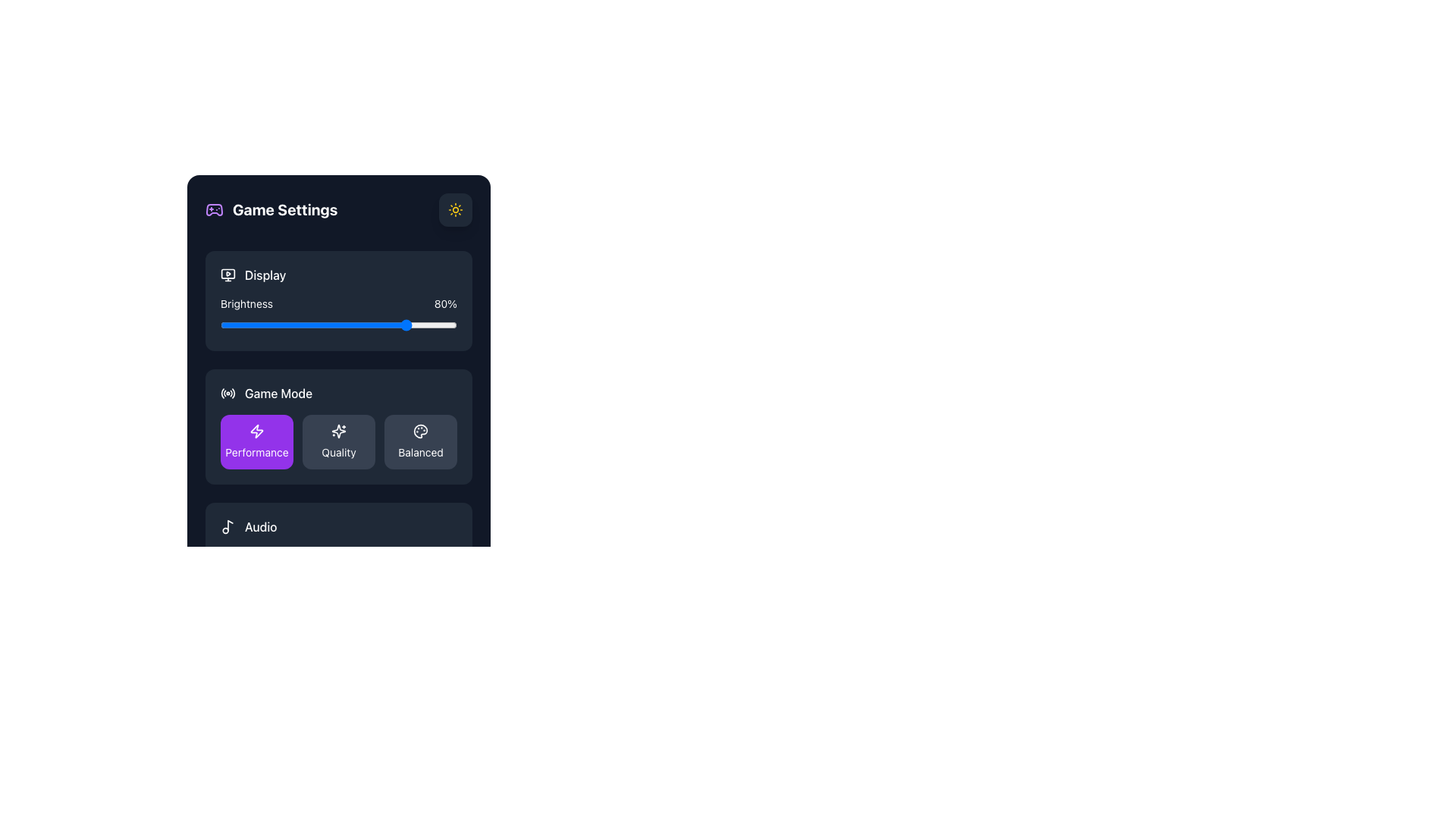 The height and width of the screenshot is (819, 1456). Describe the element at coordinates (278, 393) in the screenshot. I see `label text that describes the 'Game Mode' settings, positioned to the right of a radio icon and above the selectable modes` at that location.